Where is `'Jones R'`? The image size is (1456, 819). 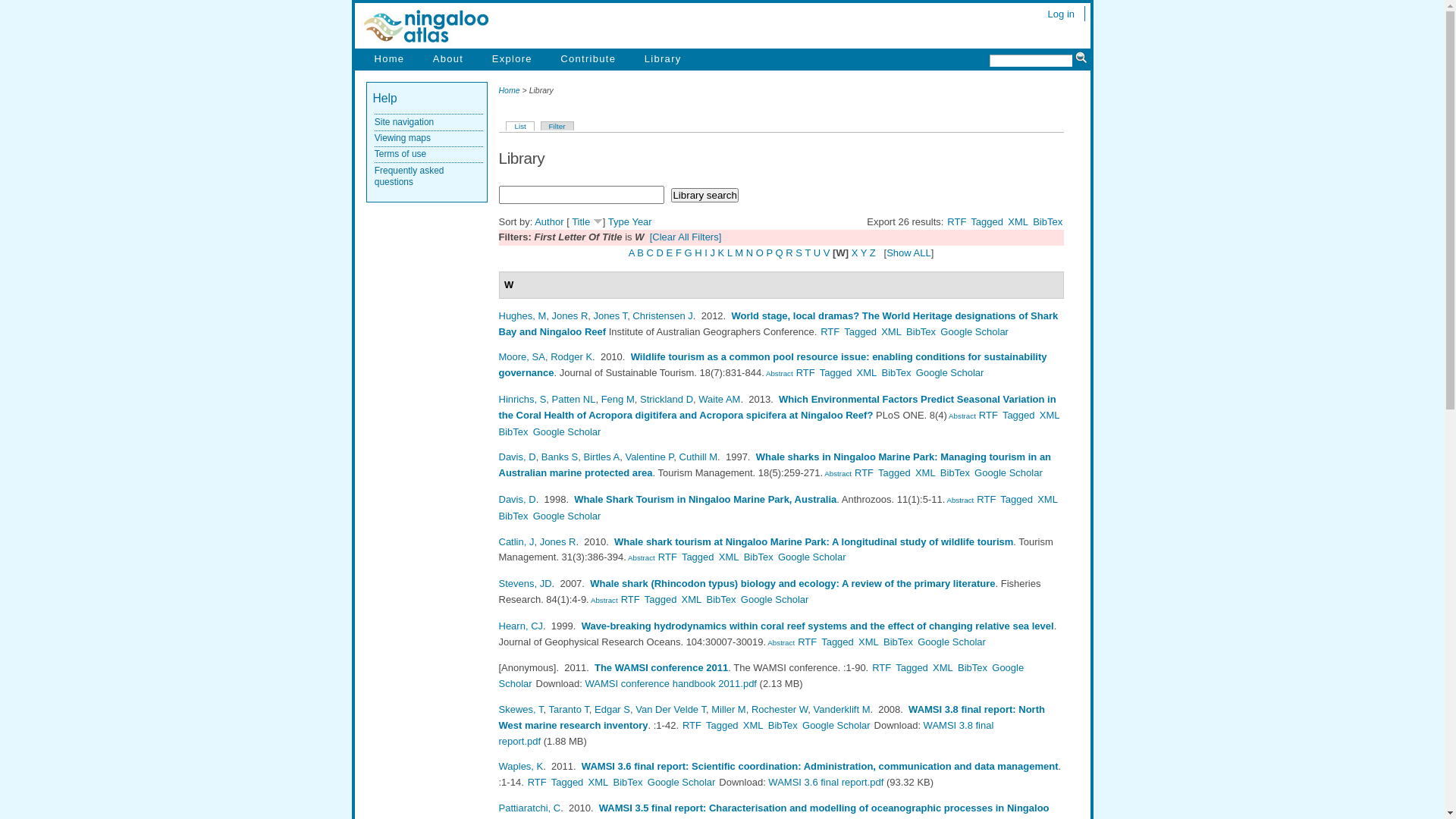
'Jones R' is located at coordinates (570, 315).